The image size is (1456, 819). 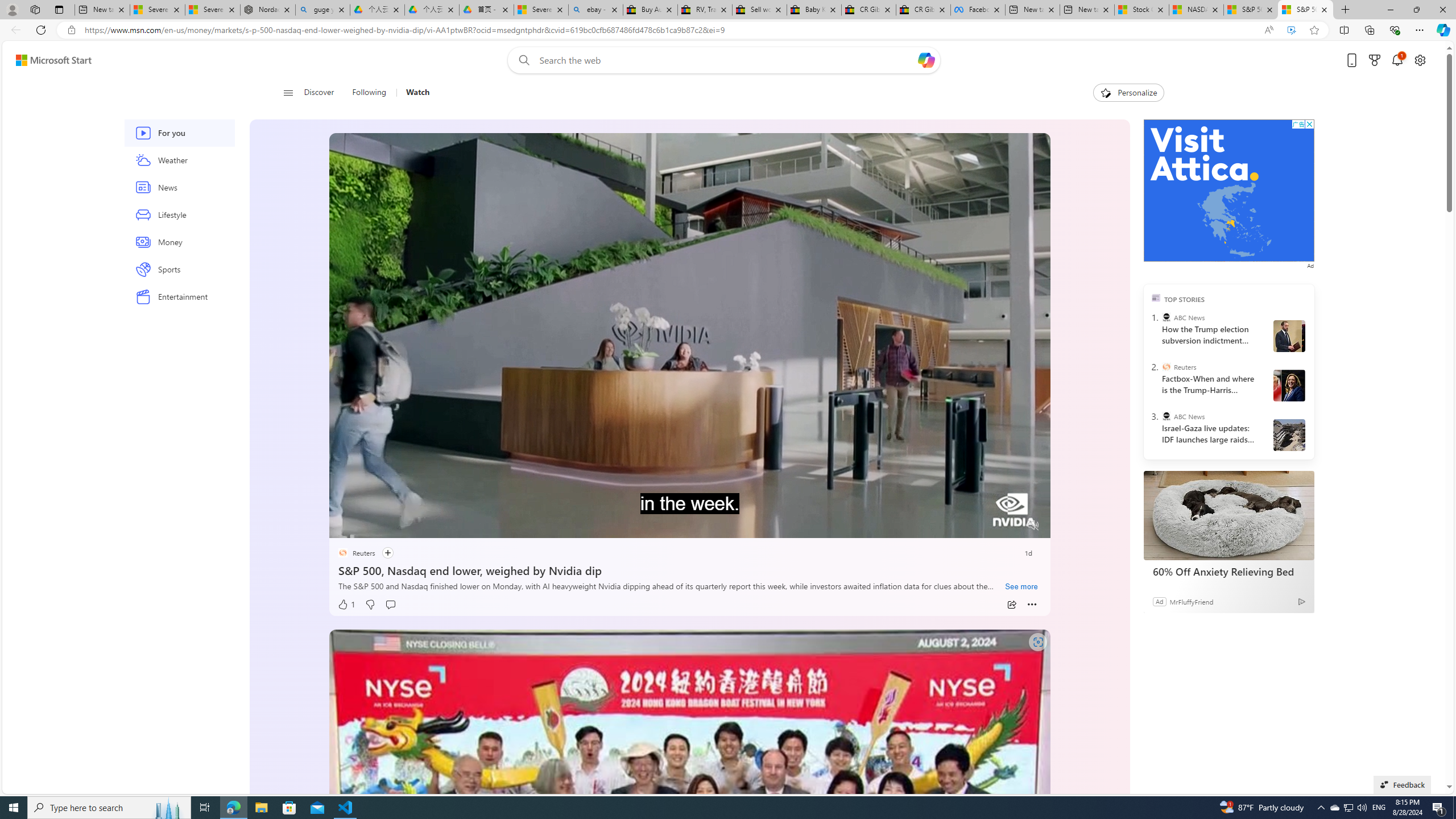 I want to click on 'MrFluffyFriend', so click(x=1191, y=601).